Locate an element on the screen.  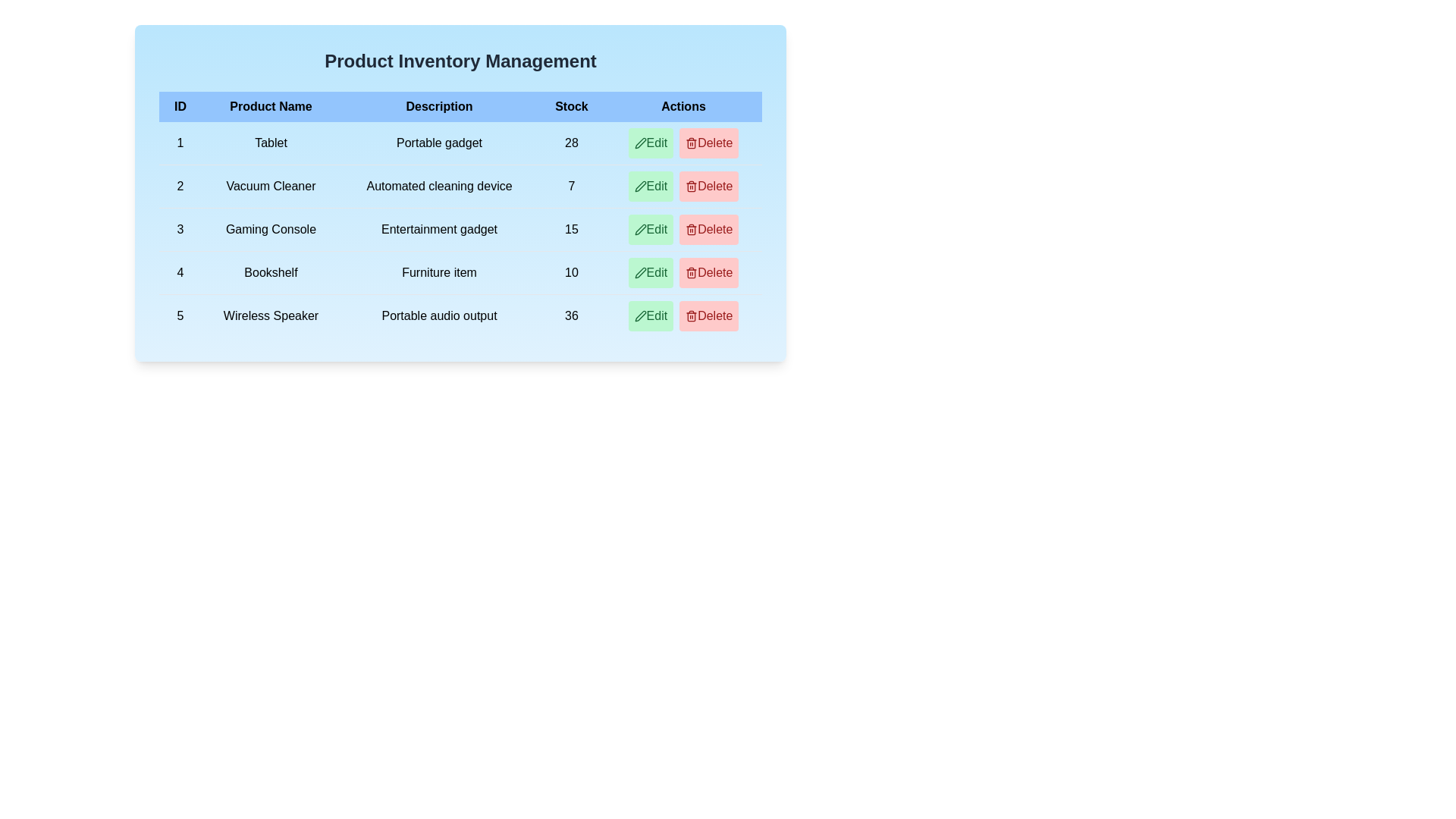
the leftmost button in the 'Actions' column of the row for the 'Bookshelf' item to initiate editing is located at coordinates (651, 271).